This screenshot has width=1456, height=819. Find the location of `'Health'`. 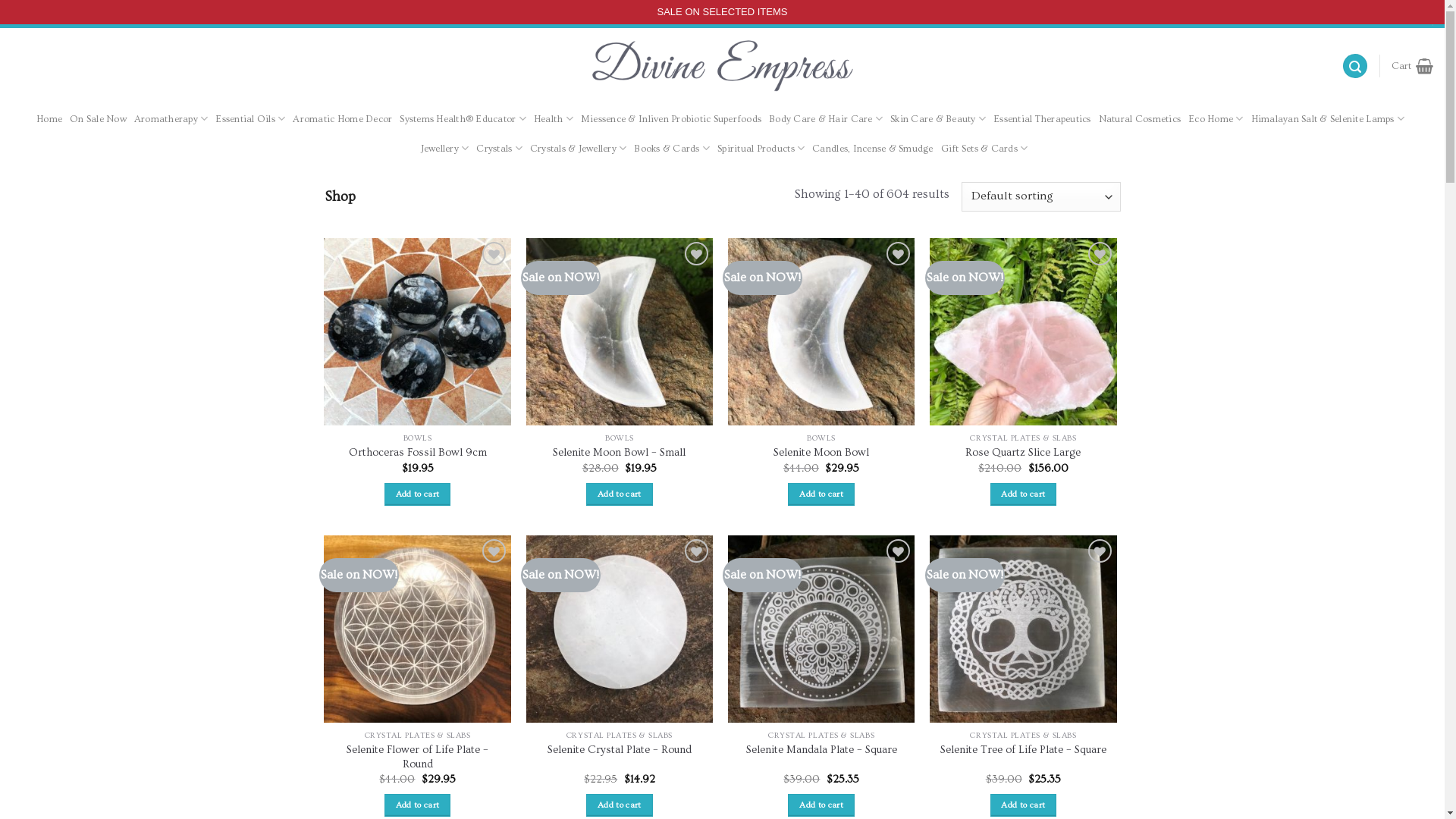

'Health' is located at coordinates (552, 118).